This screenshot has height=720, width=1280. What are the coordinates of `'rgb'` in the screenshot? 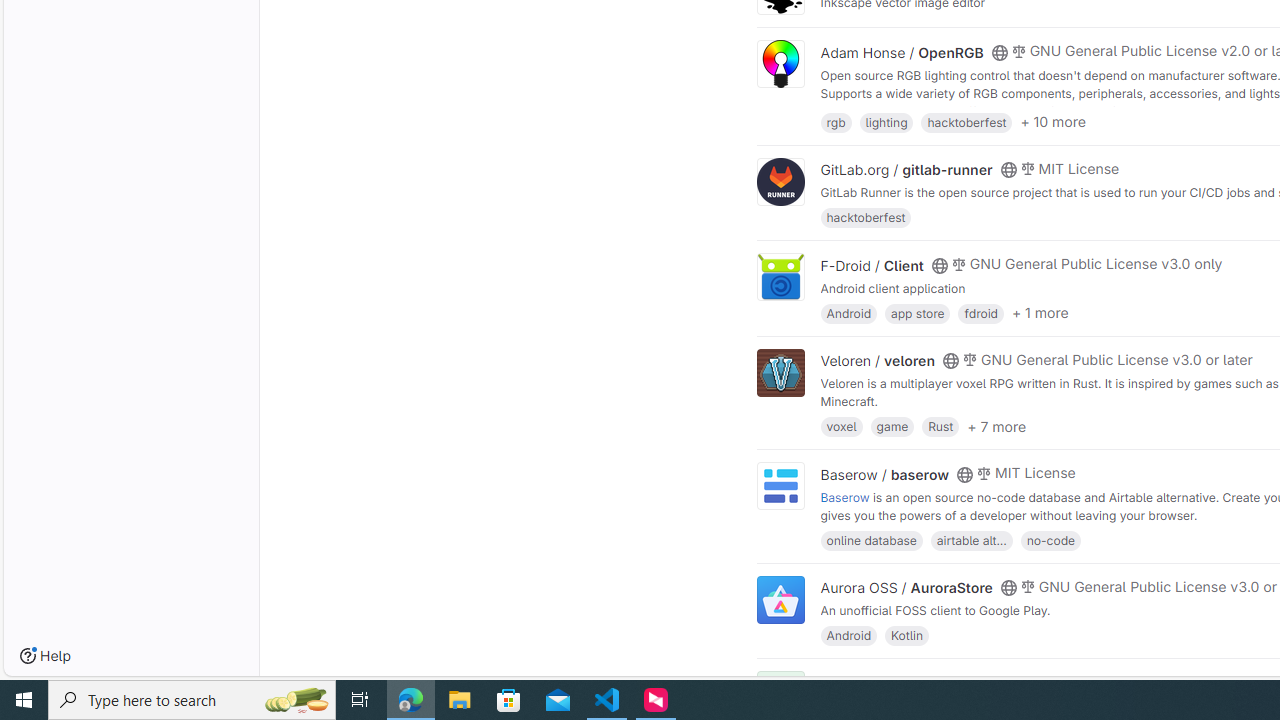 It's located at (836, 121).